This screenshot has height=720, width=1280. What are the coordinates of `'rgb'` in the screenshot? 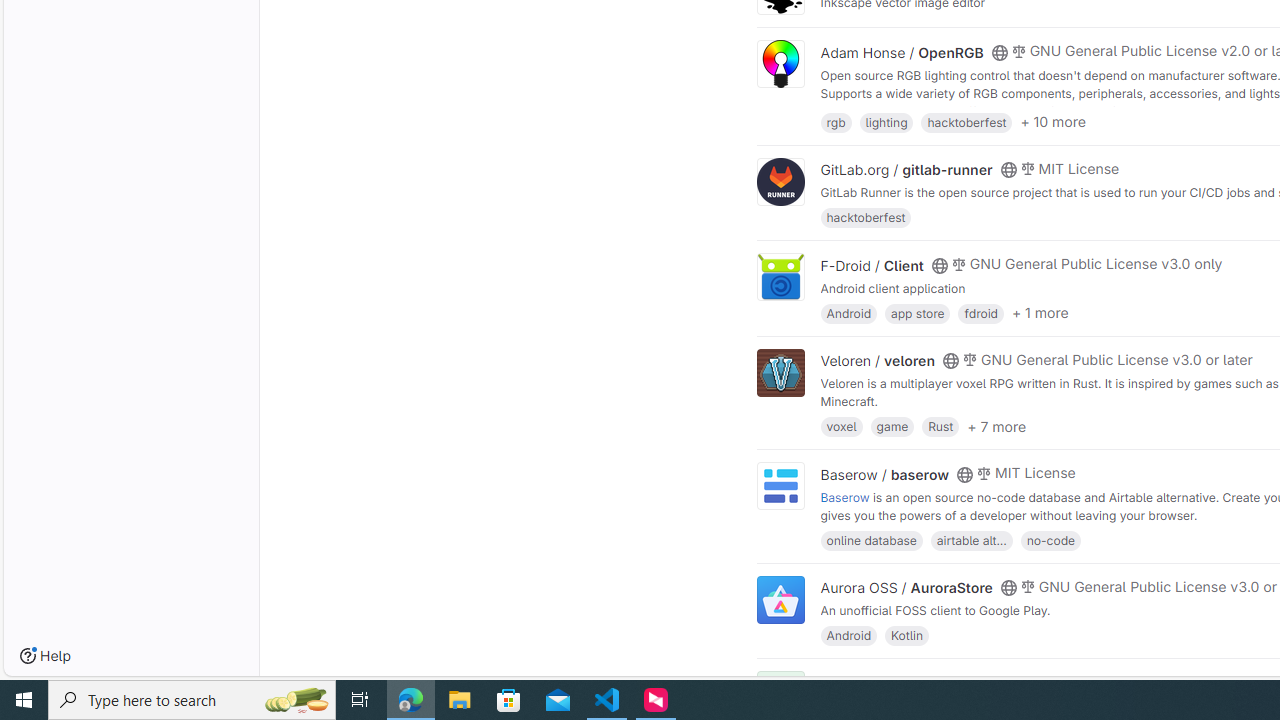 It's located at (836, 121).